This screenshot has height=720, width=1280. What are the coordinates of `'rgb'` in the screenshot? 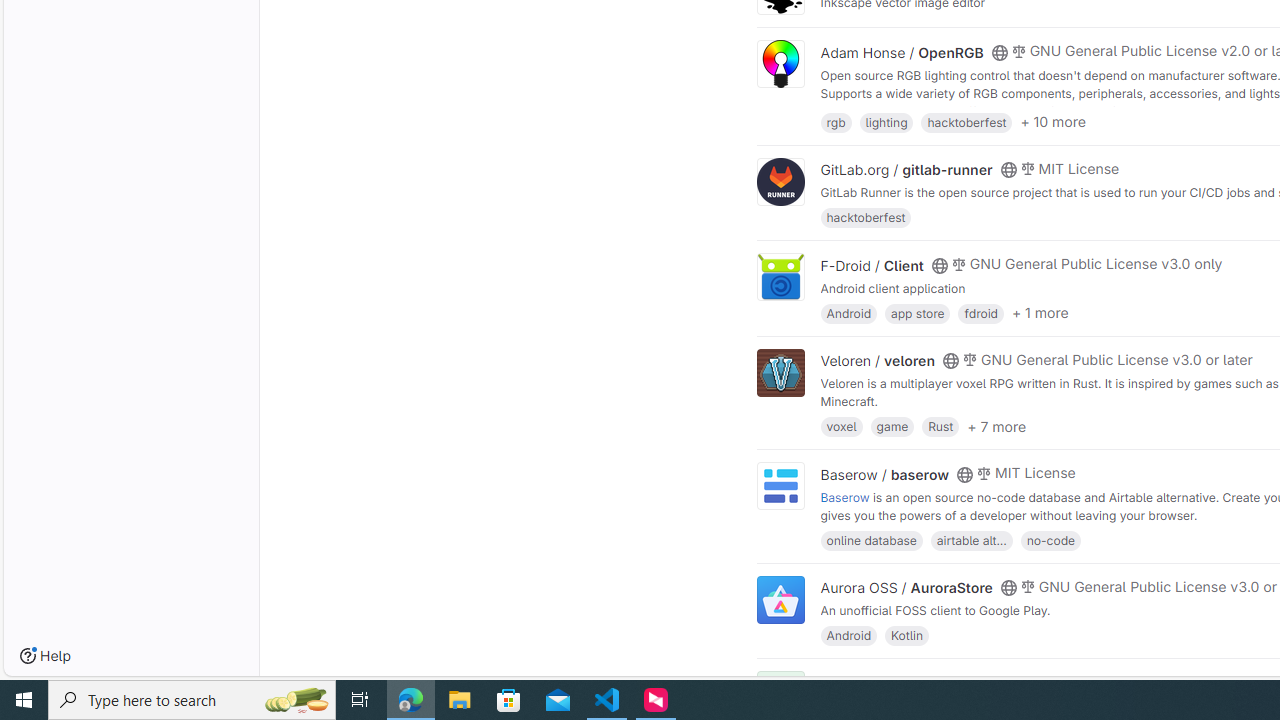 It's located at (836, 121).